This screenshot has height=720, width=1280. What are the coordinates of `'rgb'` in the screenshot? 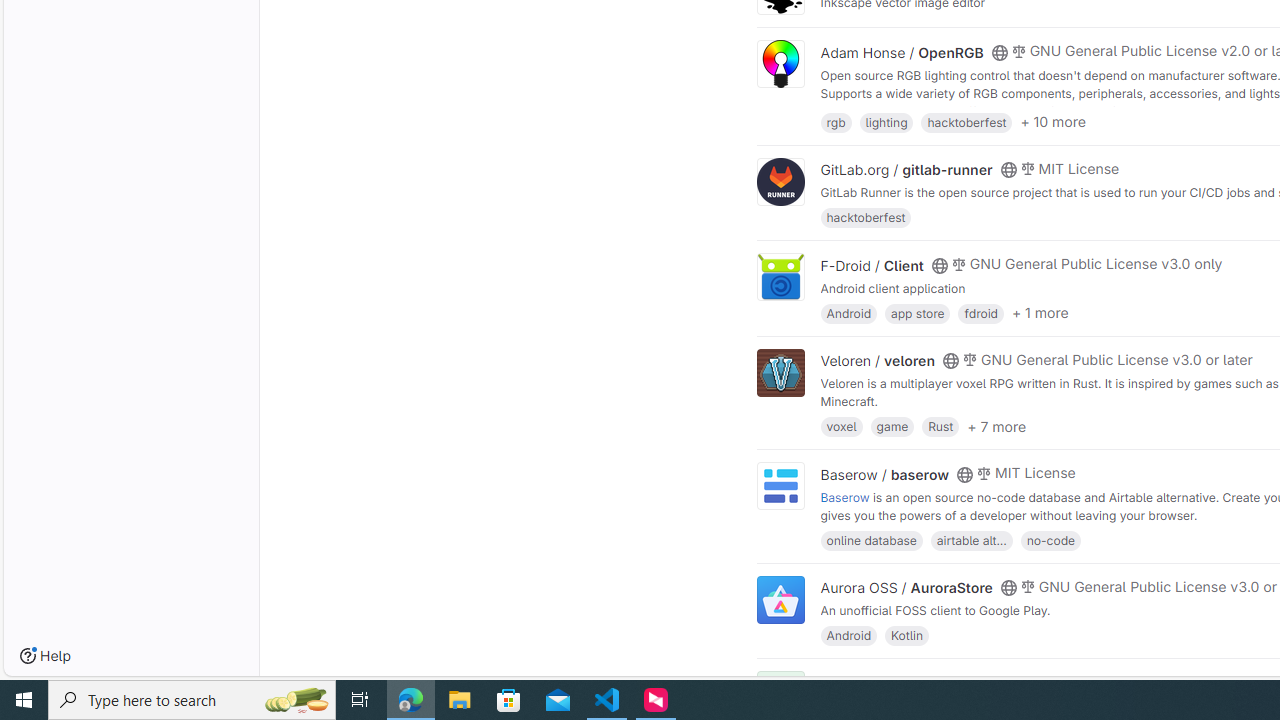 It's located at (836, 121).